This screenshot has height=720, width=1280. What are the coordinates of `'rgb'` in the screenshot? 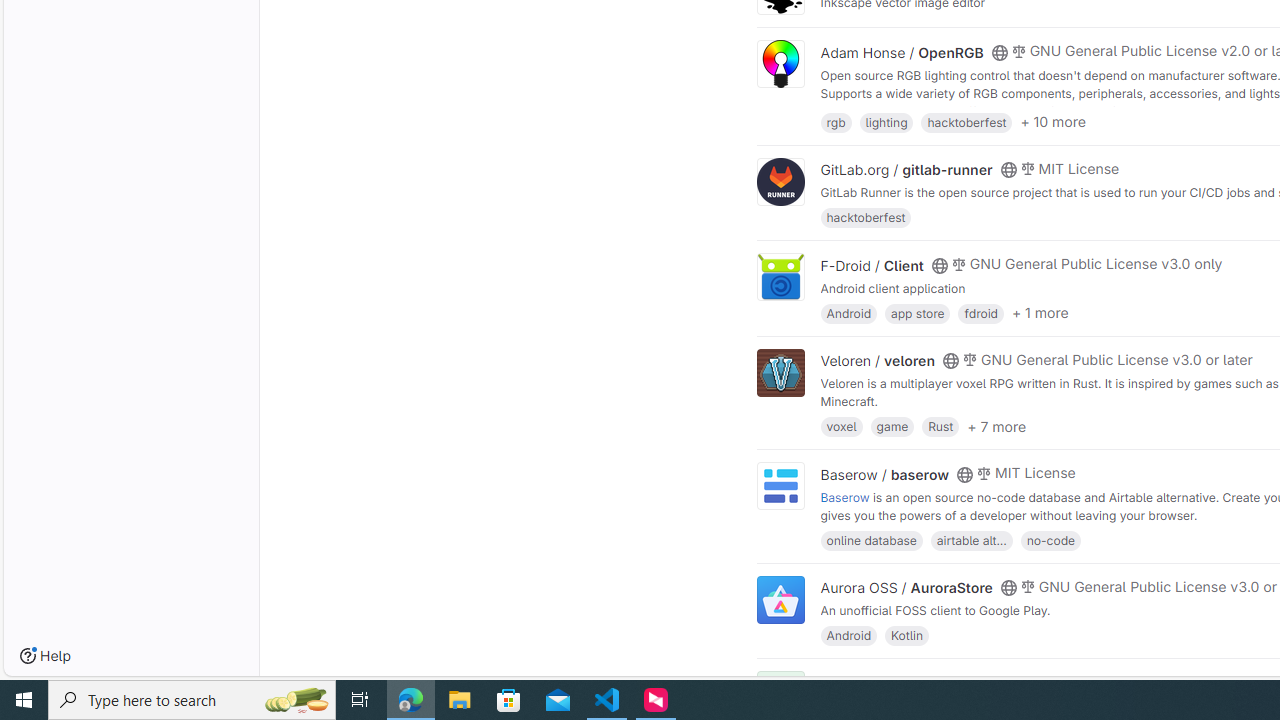 It's located at (836, 121).